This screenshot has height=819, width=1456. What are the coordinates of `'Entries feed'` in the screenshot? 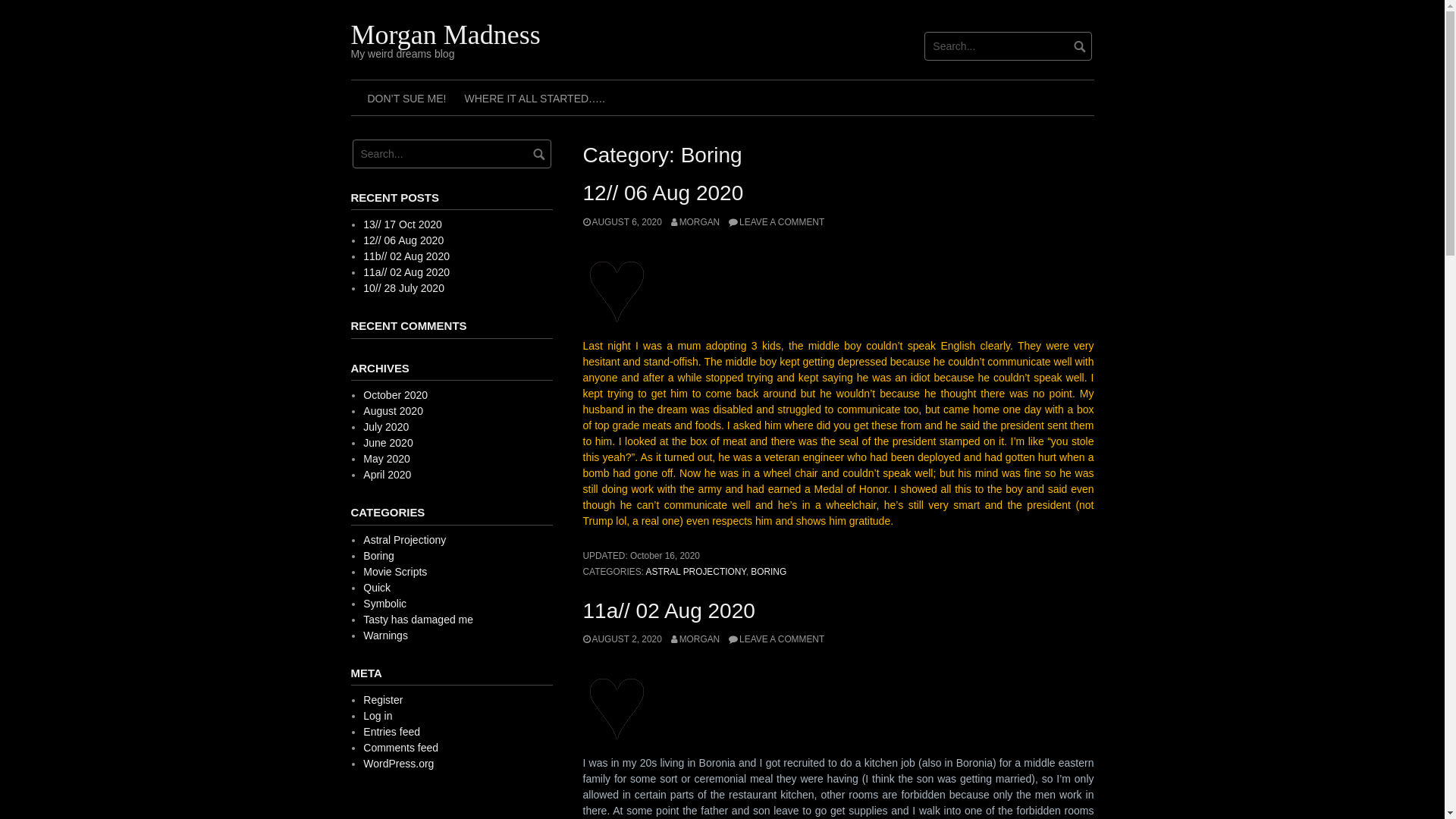 It's located at (391, 730).